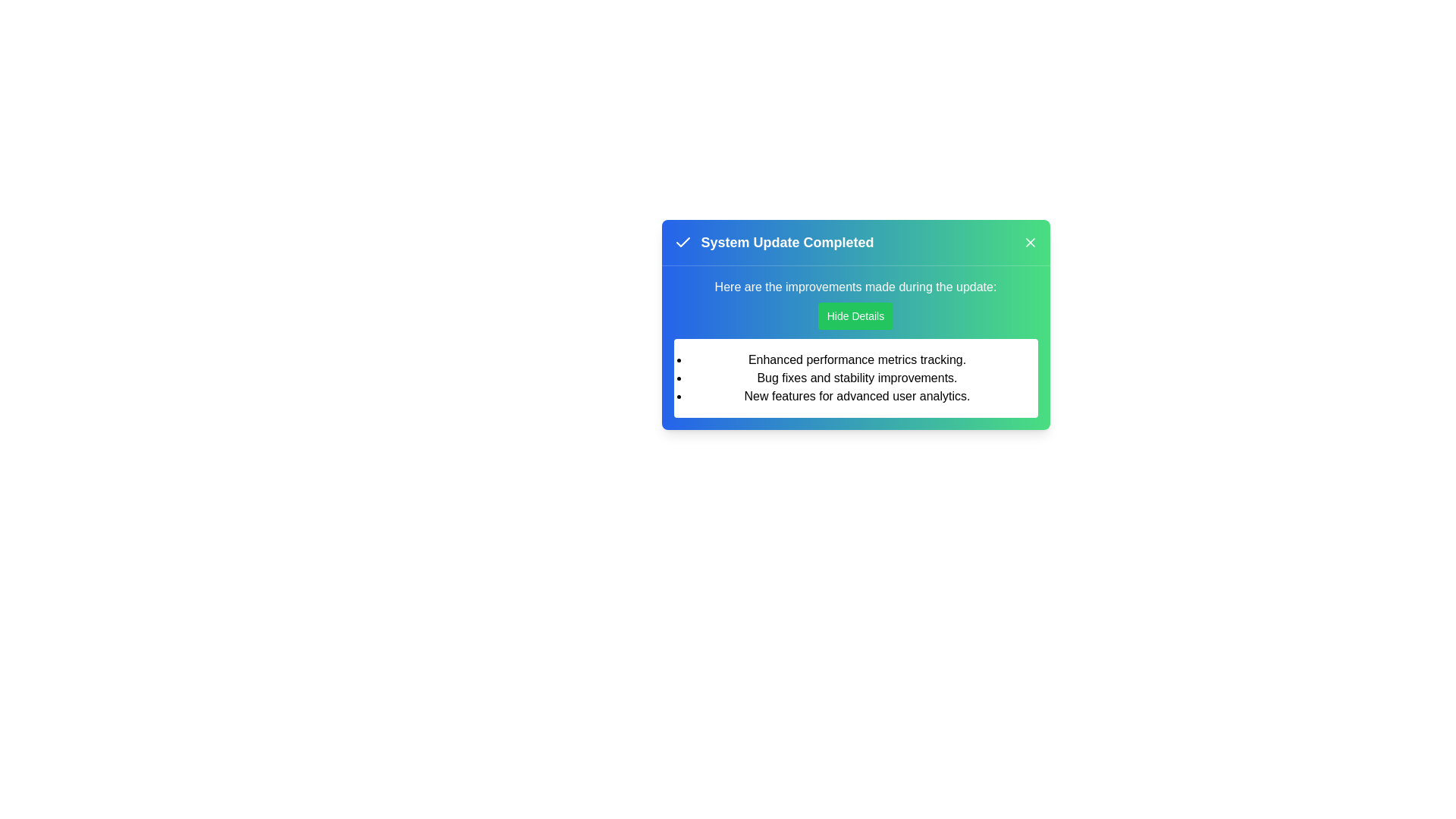 Image resolution: width=1456 pixels, height=819 pixels. I want to click on the close button to dismiss the notification, so click(1030, 242).